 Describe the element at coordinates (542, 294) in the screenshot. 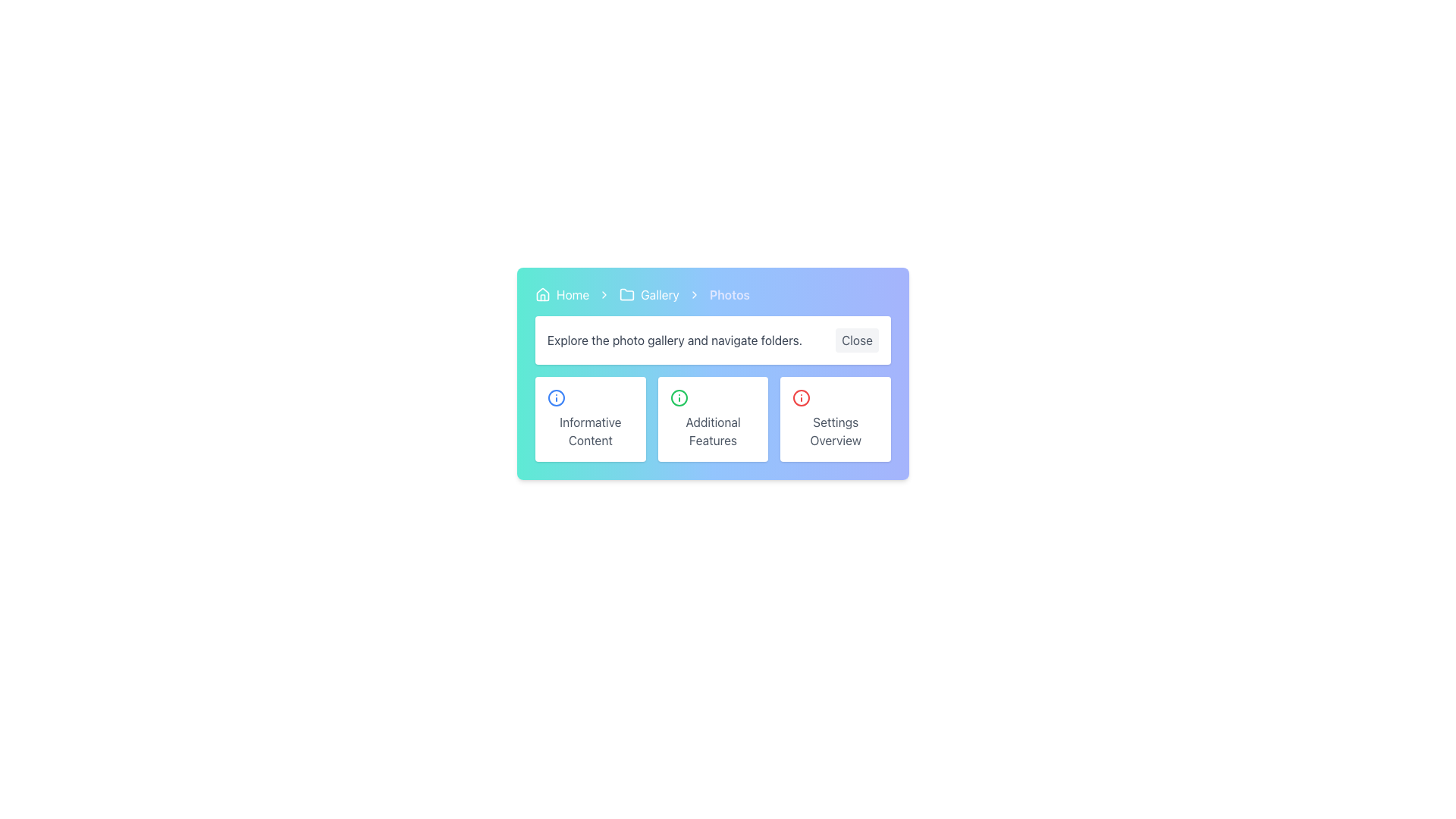

I see `the house icon in the breadcrumb navigation bar` at that location.